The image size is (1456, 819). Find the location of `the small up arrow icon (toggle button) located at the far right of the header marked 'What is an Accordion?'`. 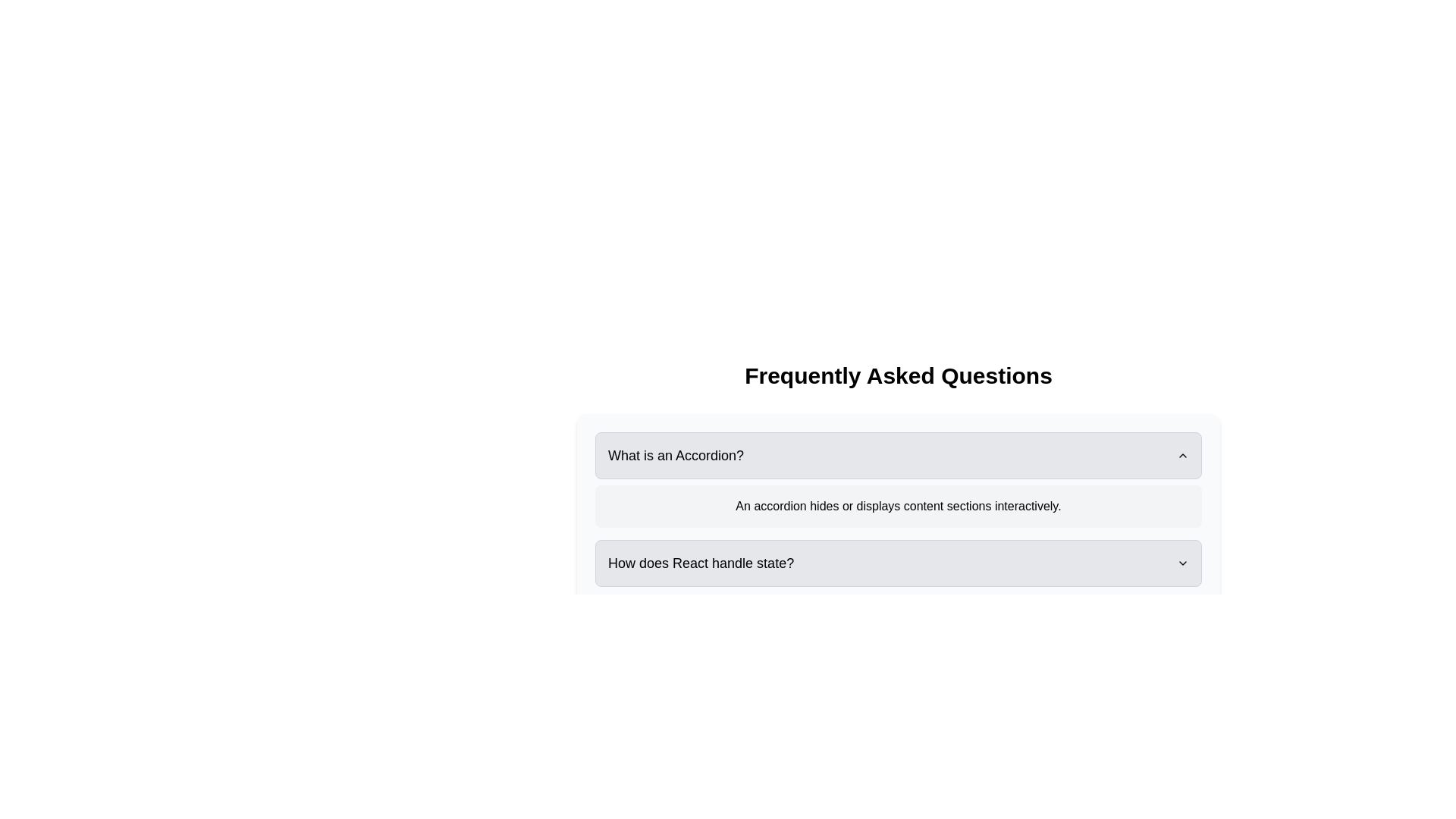

the small up arrow icon (toggle button) located at the far right of the header marked 'What is an Accordion?' is located at coordinates (1182, 455).